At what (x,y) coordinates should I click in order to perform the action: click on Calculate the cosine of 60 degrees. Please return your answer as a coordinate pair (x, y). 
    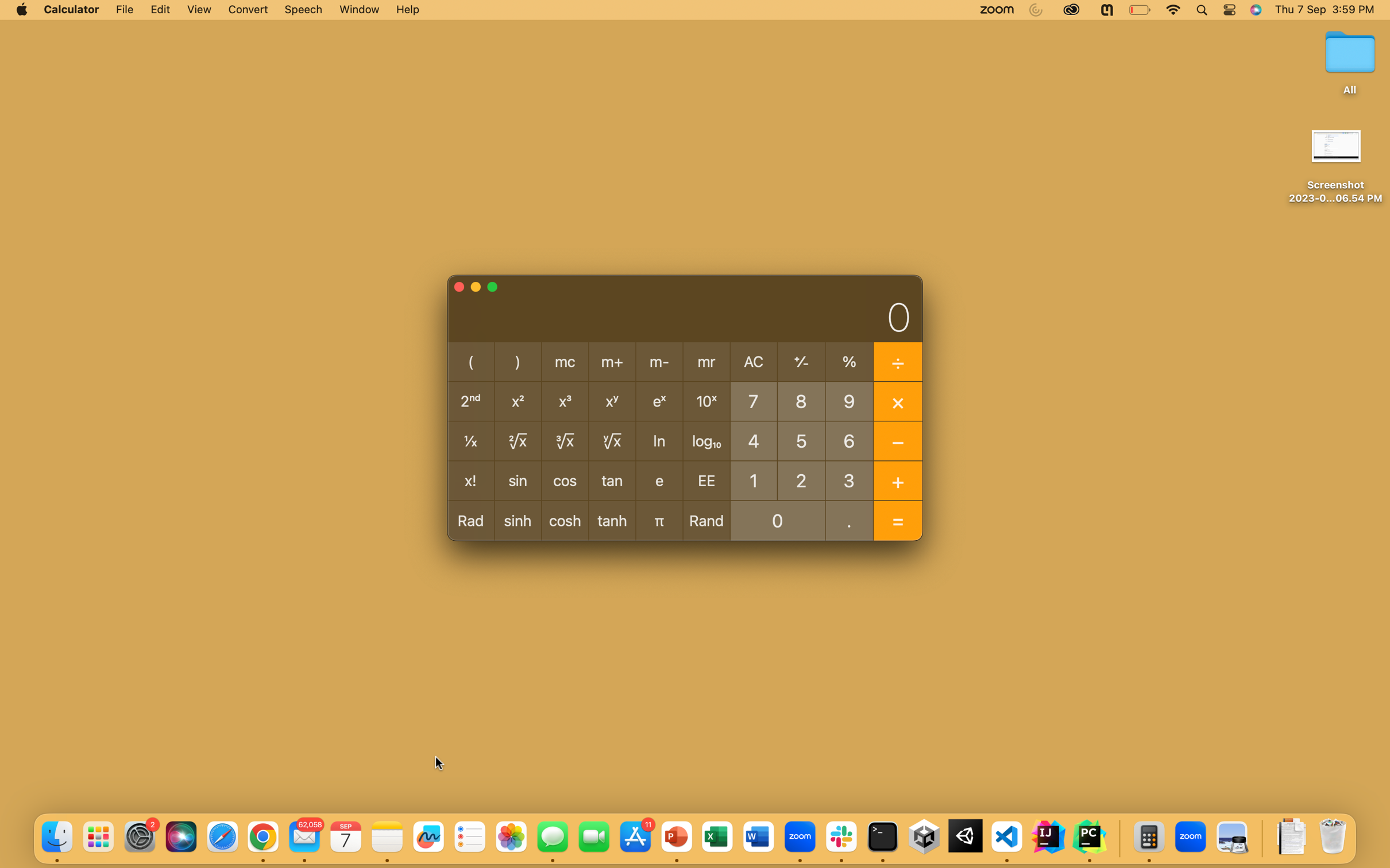
    Looking at the image, I should click on (848, 440).